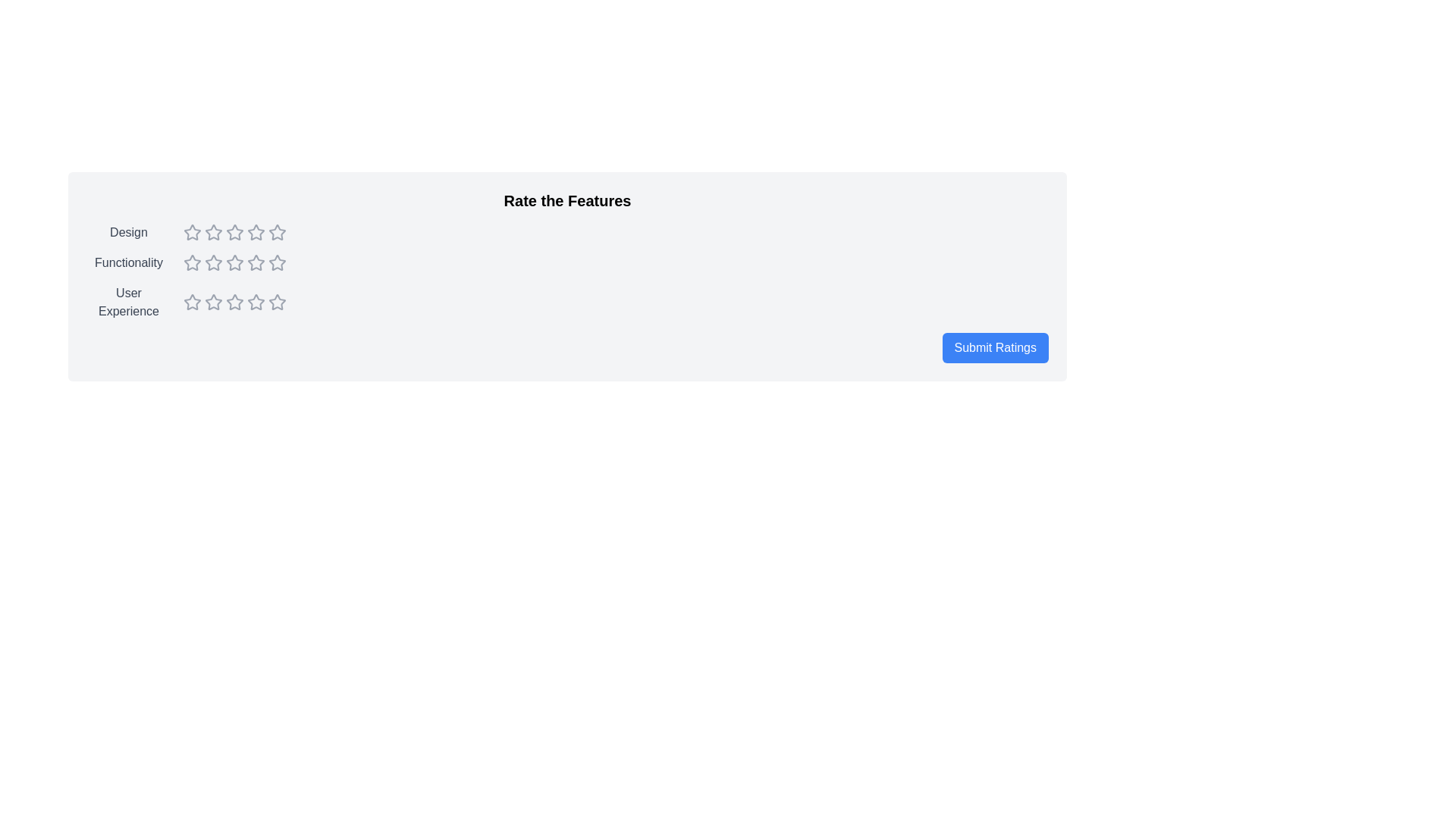 This screenshot has height=819, width=1456. I want to click on the second star in the 'Functionality' rating control to interact with the rating feature, so click(234, 262).